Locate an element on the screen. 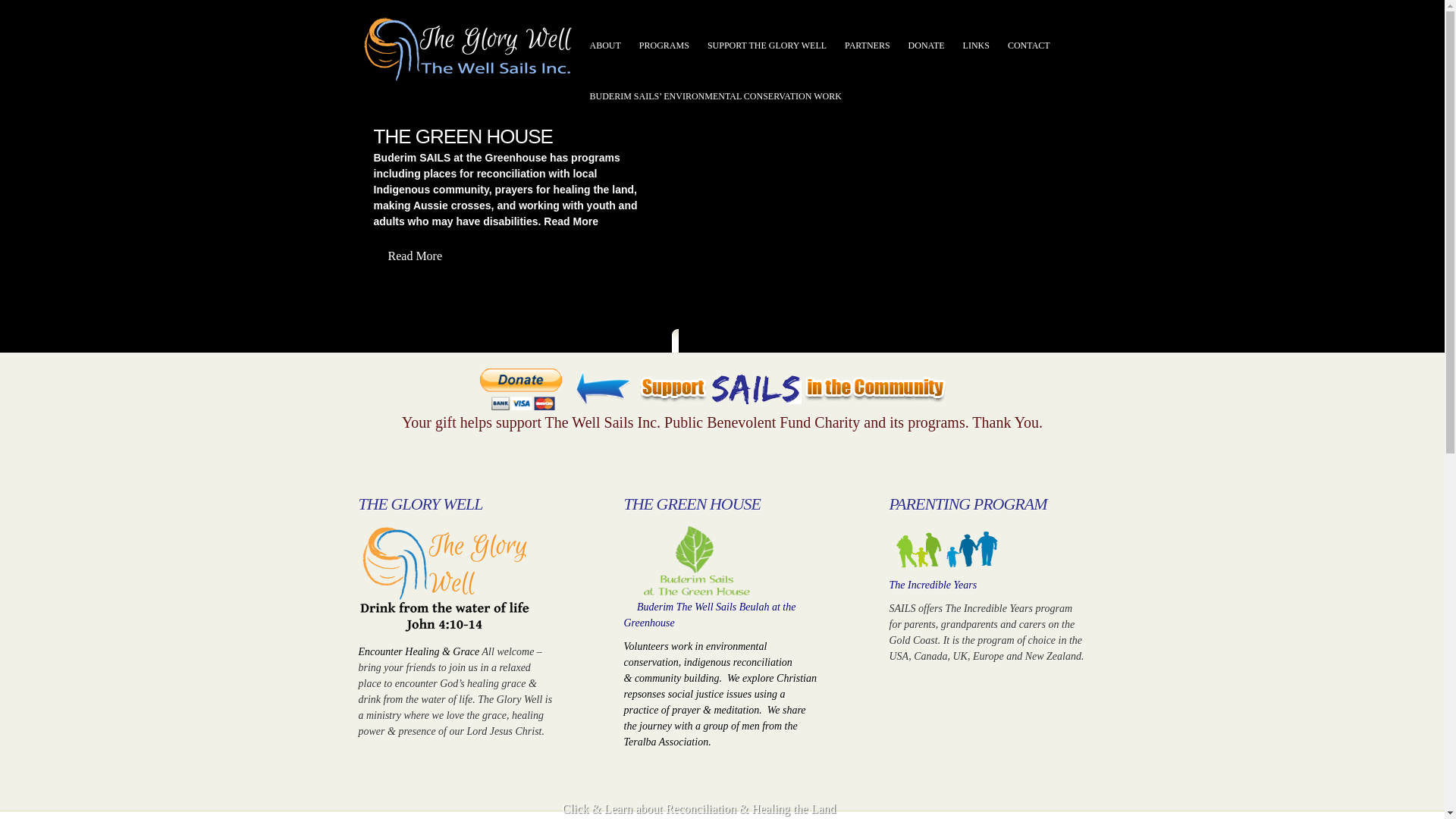 The image size is (1456, 819). 'ABOUT' is located at coordinates (604, 45).